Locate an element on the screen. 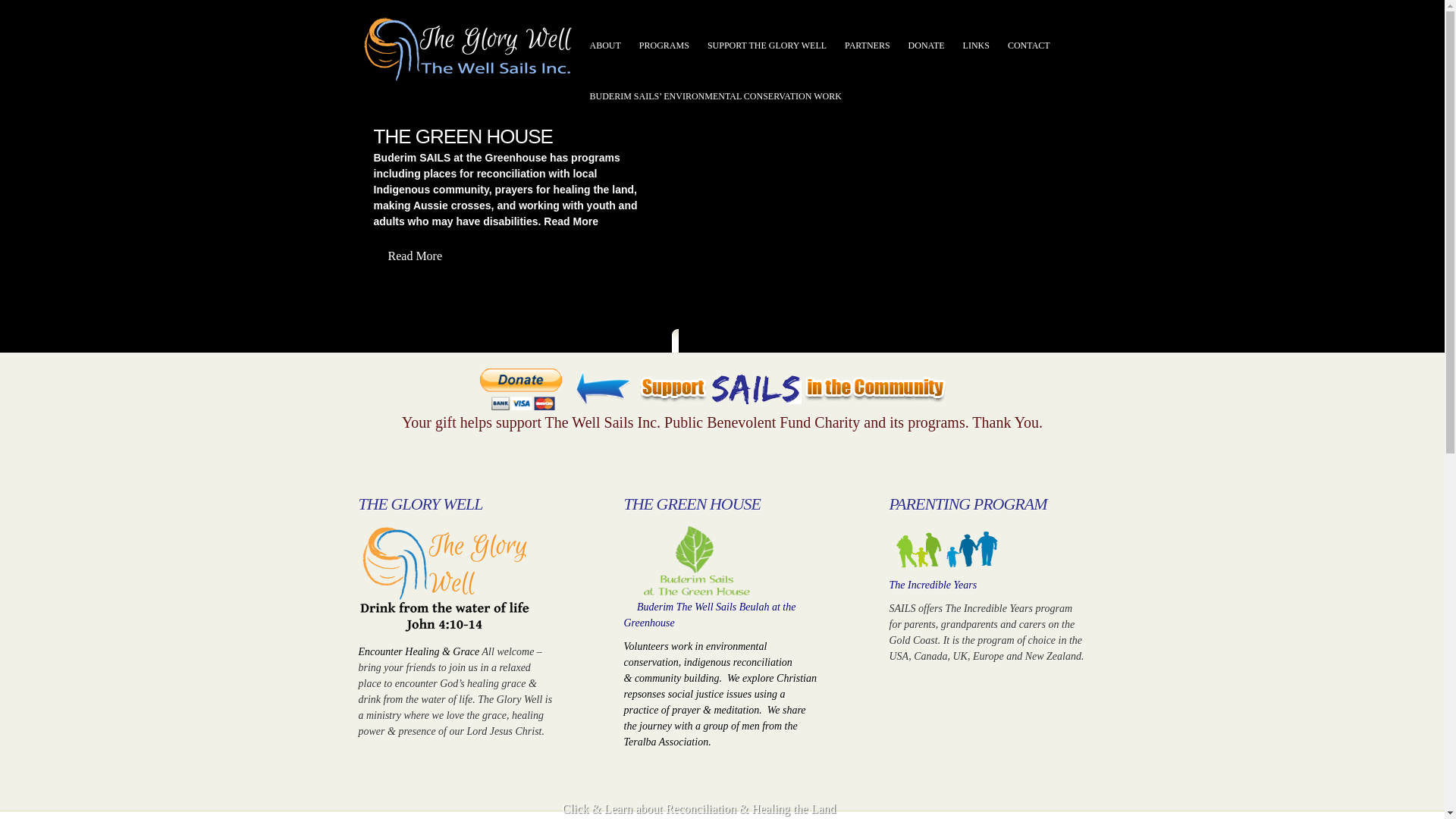 The image size is (1456, 819). 'ABOUT' is located at coordinates (604, 45).